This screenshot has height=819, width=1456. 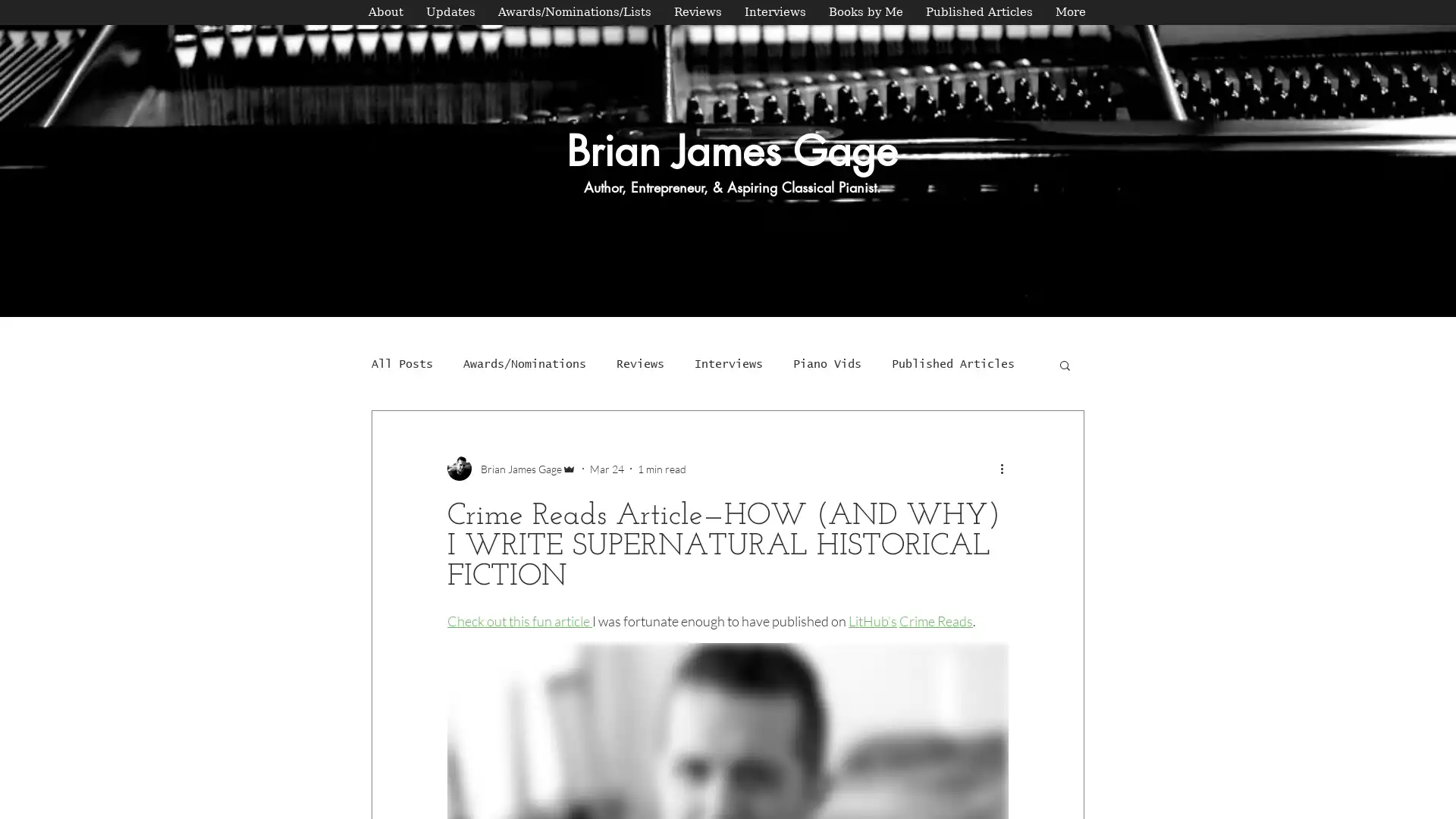 I want to click on More actions, so click(x=1006, y=467).